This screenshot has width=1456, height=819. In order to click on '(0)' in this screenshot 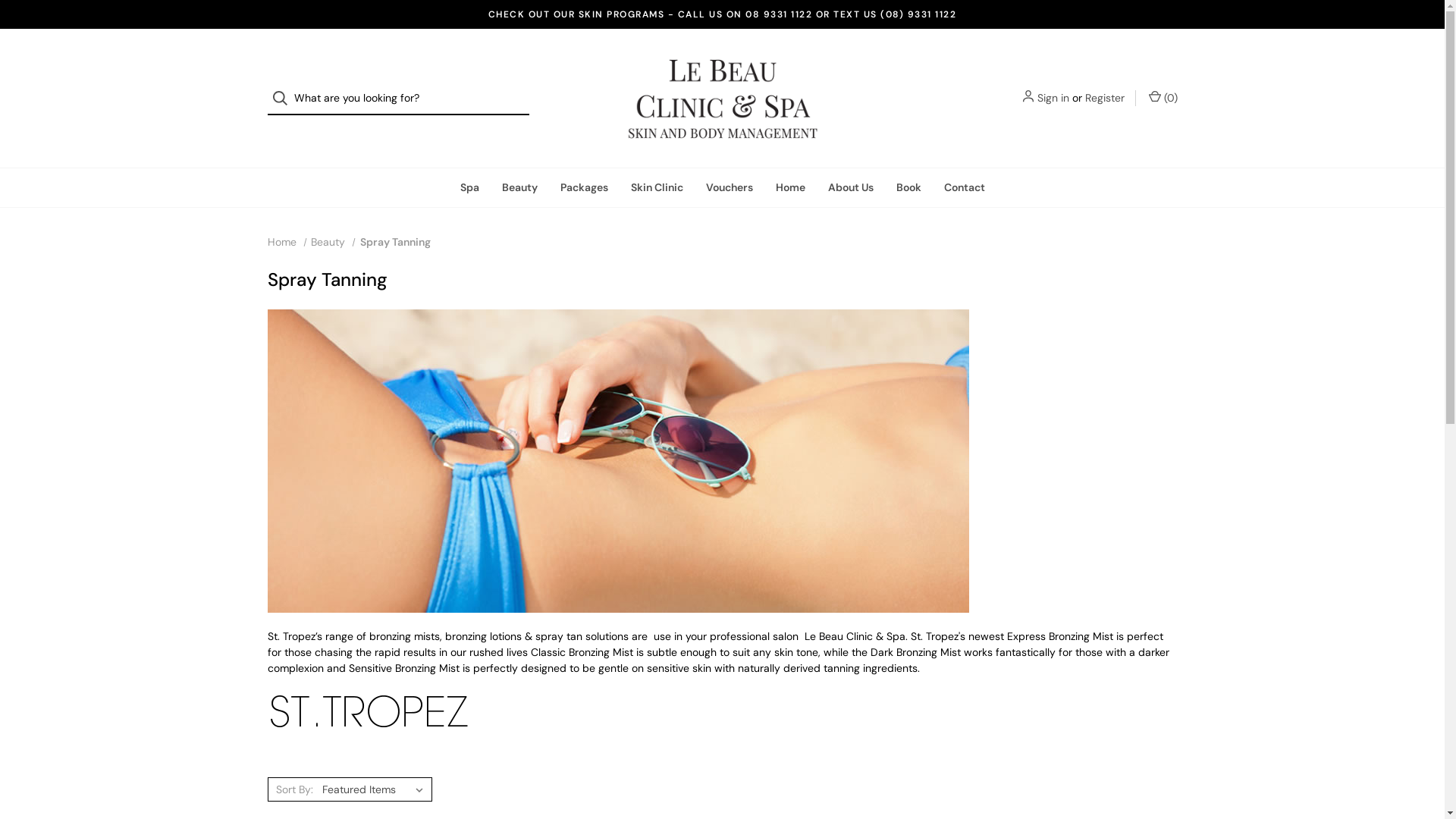, I will do `click(1147, 98)`.